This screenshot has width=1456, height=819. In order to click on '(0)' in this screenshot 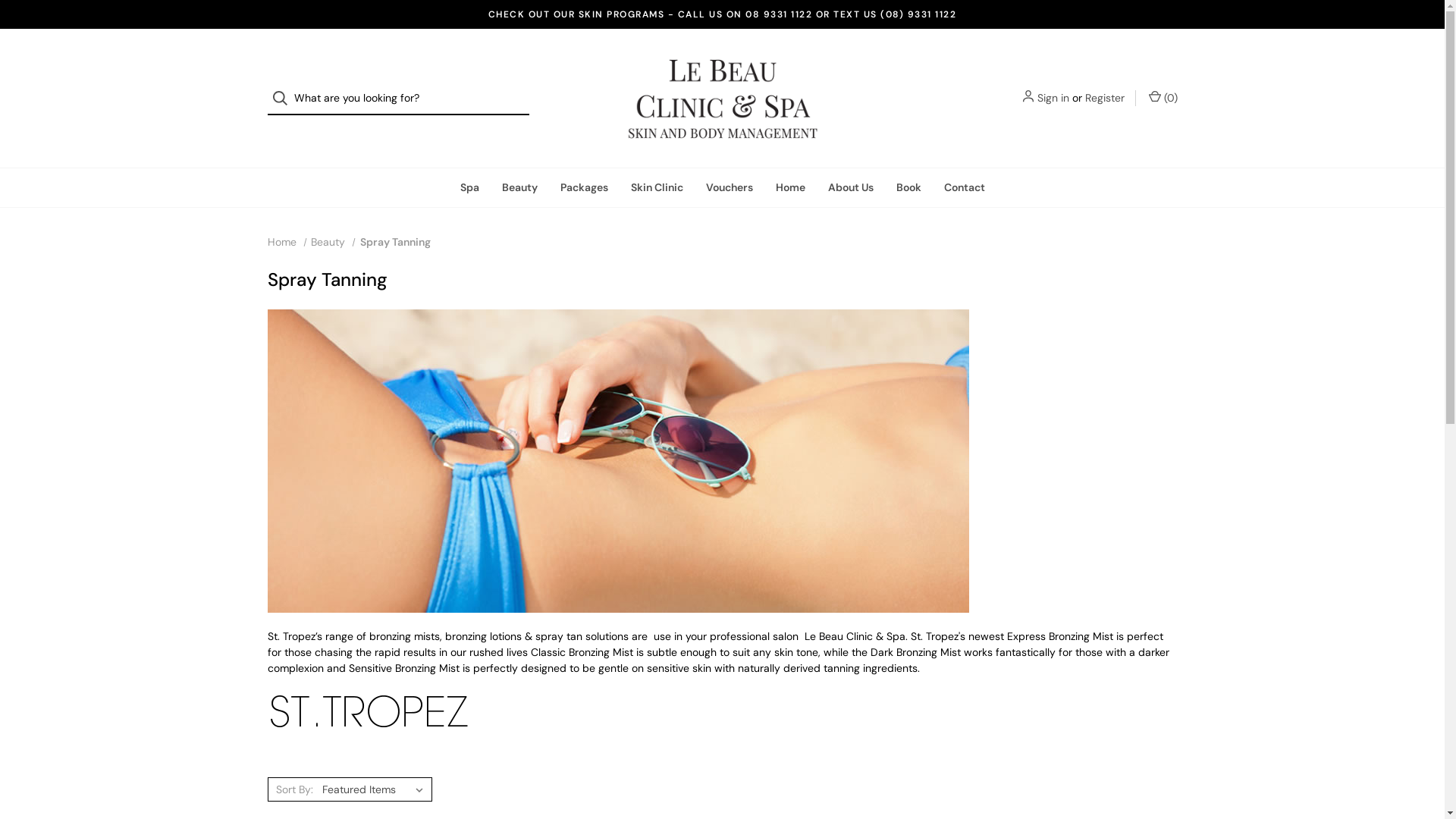, I will do `click(1147, 98)`.